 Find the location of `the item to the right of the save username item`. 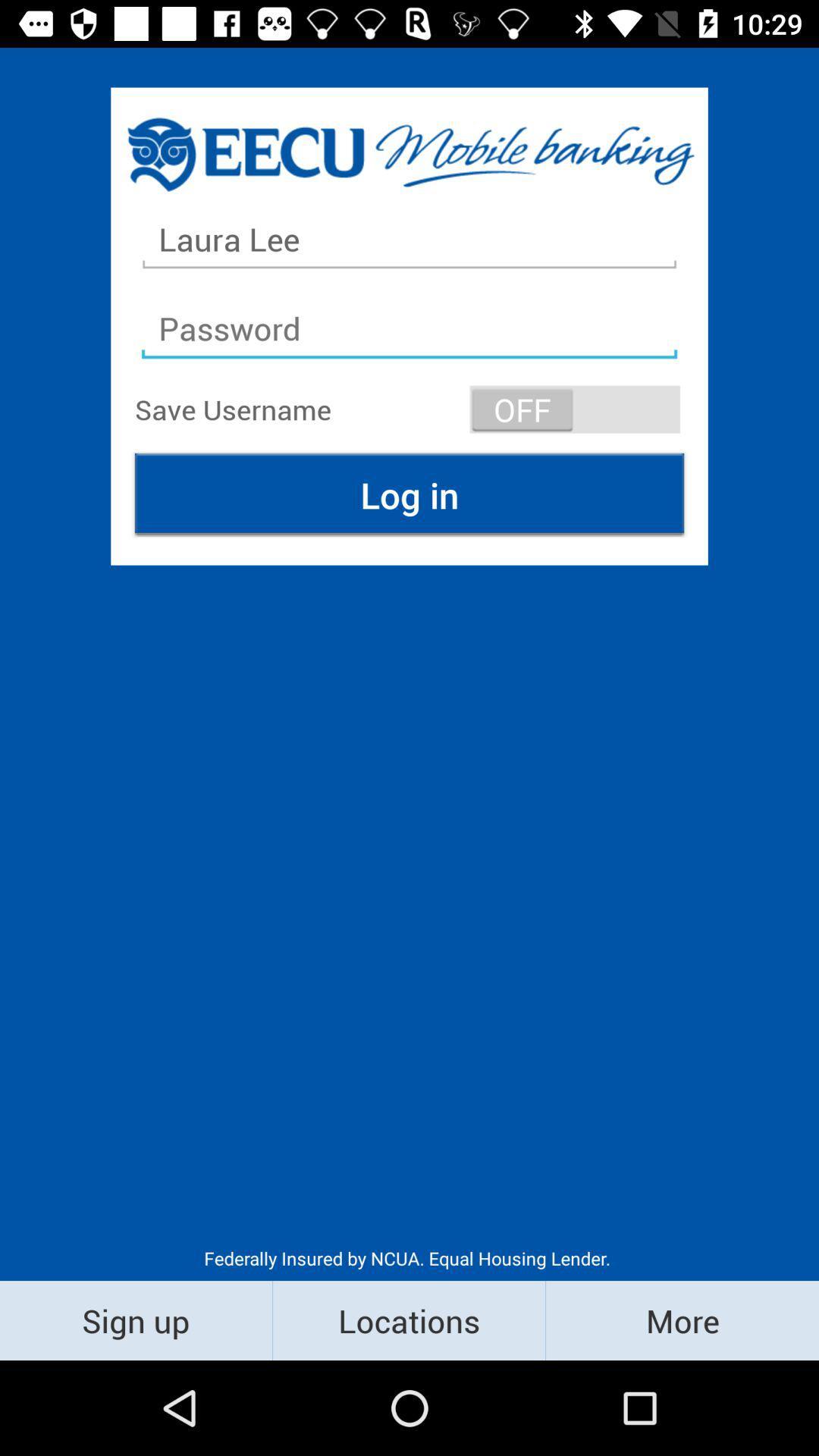

the item to the right of the save username item is located at coordinates (575, 409).